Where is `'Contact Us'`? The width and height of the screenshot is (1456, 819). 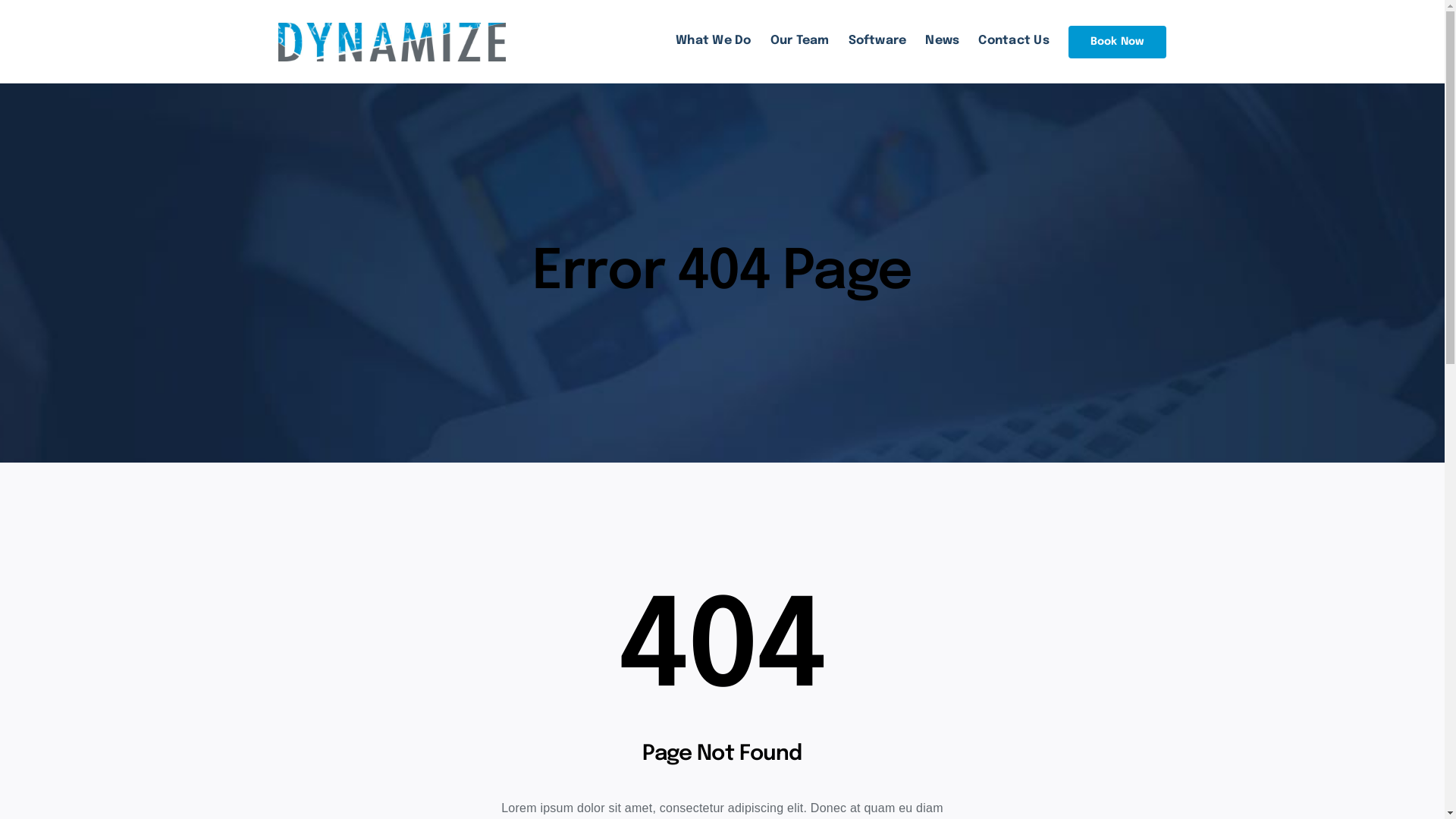
'Contact Us' is located at coordinates (1013, 40).